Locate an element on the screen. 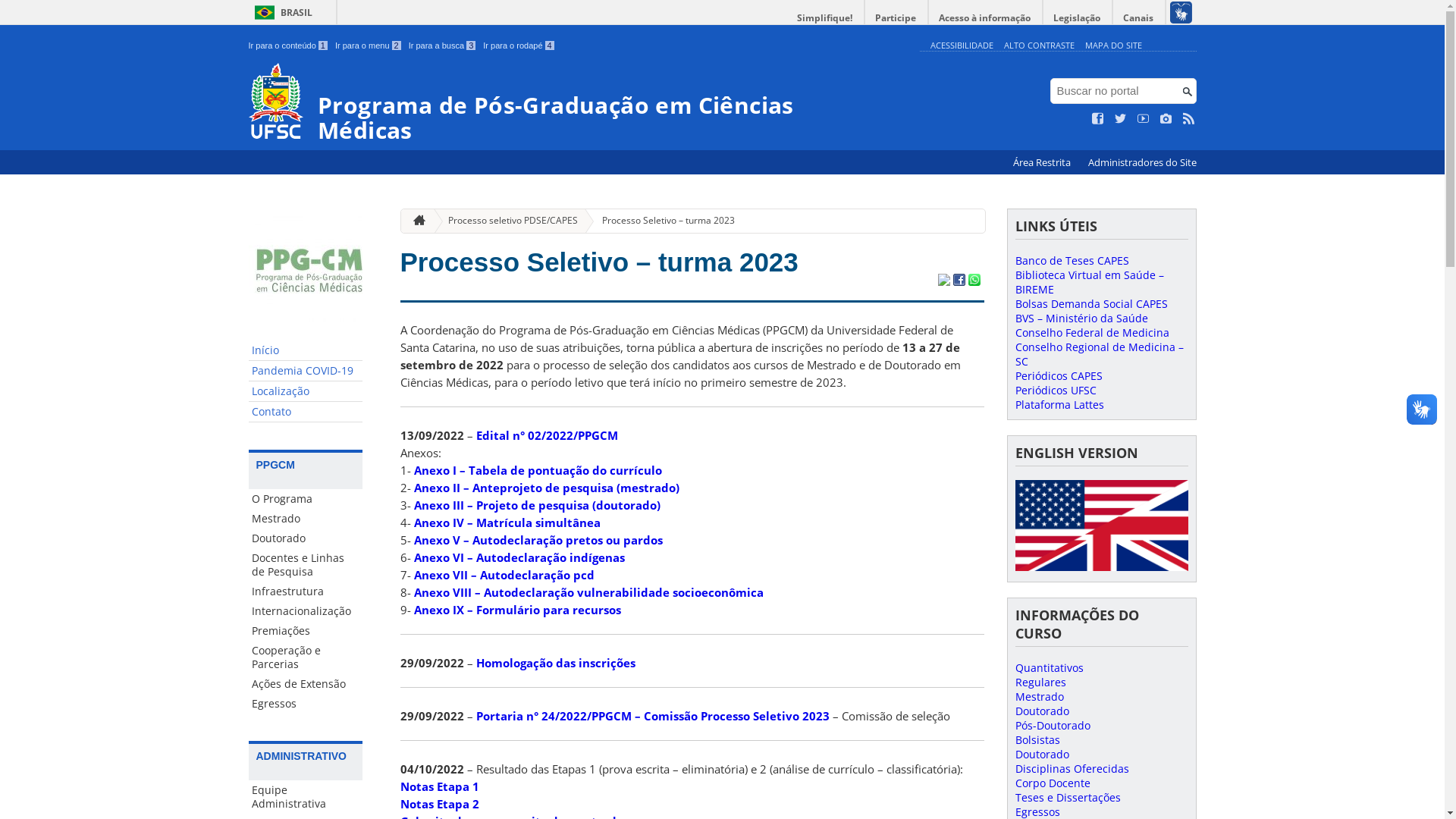 The image size is (1456, 819). 'Disciplinas Oferecidas' is located at coordinates (1015, 768).